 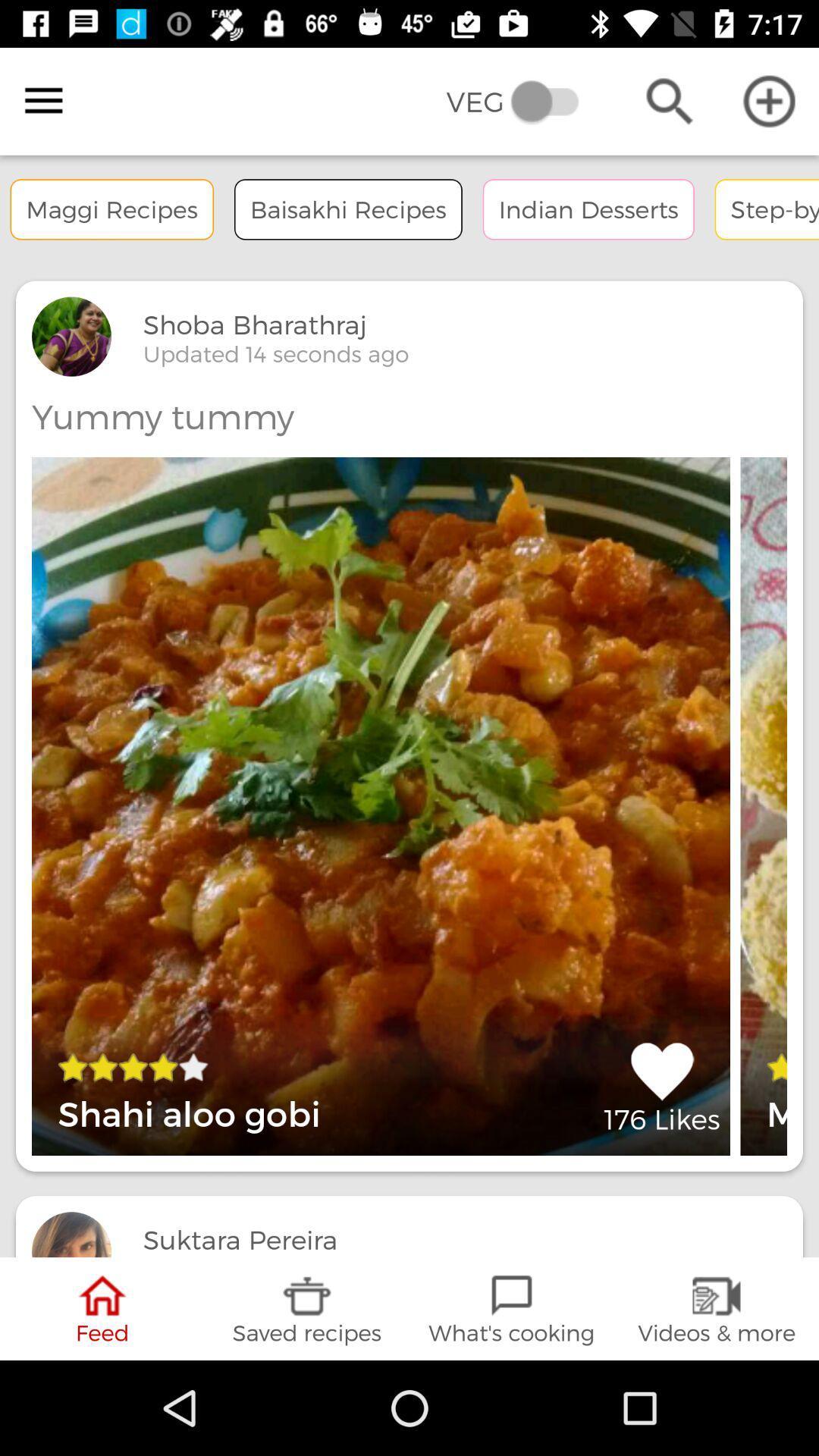 What do you see at coordinates (512, 1308) in the screenshot?
I see `the what's cooking` at bounding box center [512, 1308].